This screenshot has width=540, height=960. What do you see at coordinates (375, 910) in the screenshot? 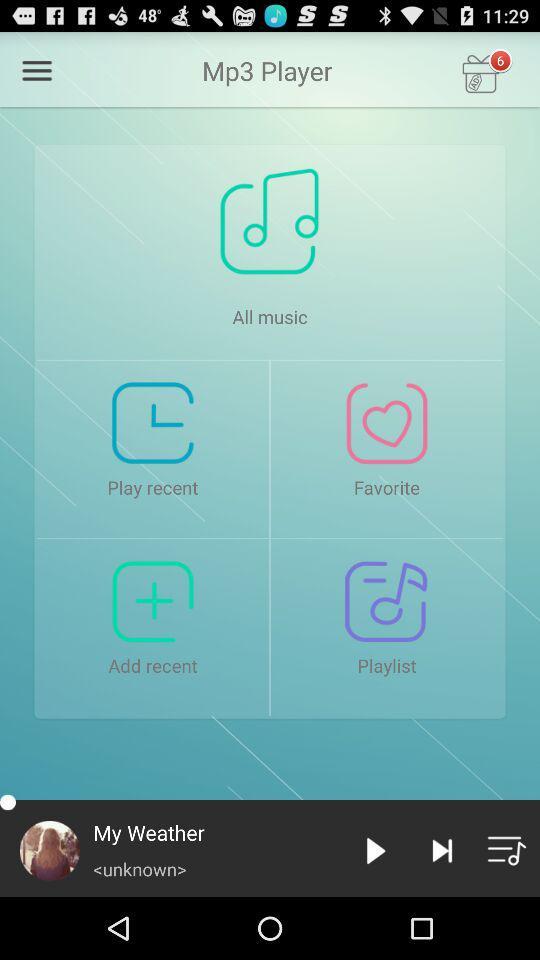
I see `the play icon` at bounding box center [375, 910].